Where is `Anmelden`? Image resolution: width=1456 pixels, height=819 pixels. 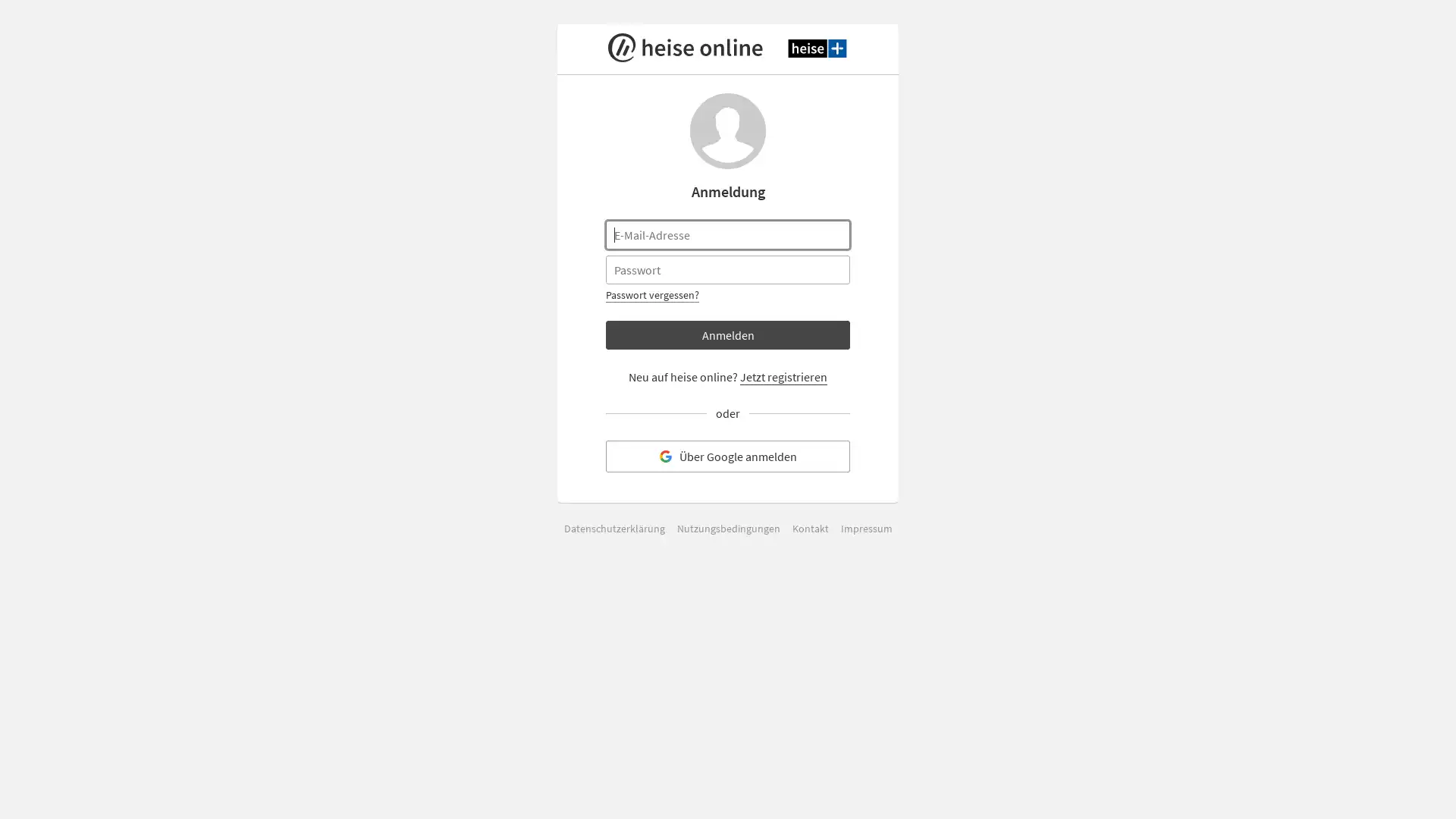 Anmelden is located at coordinates (728, 334).